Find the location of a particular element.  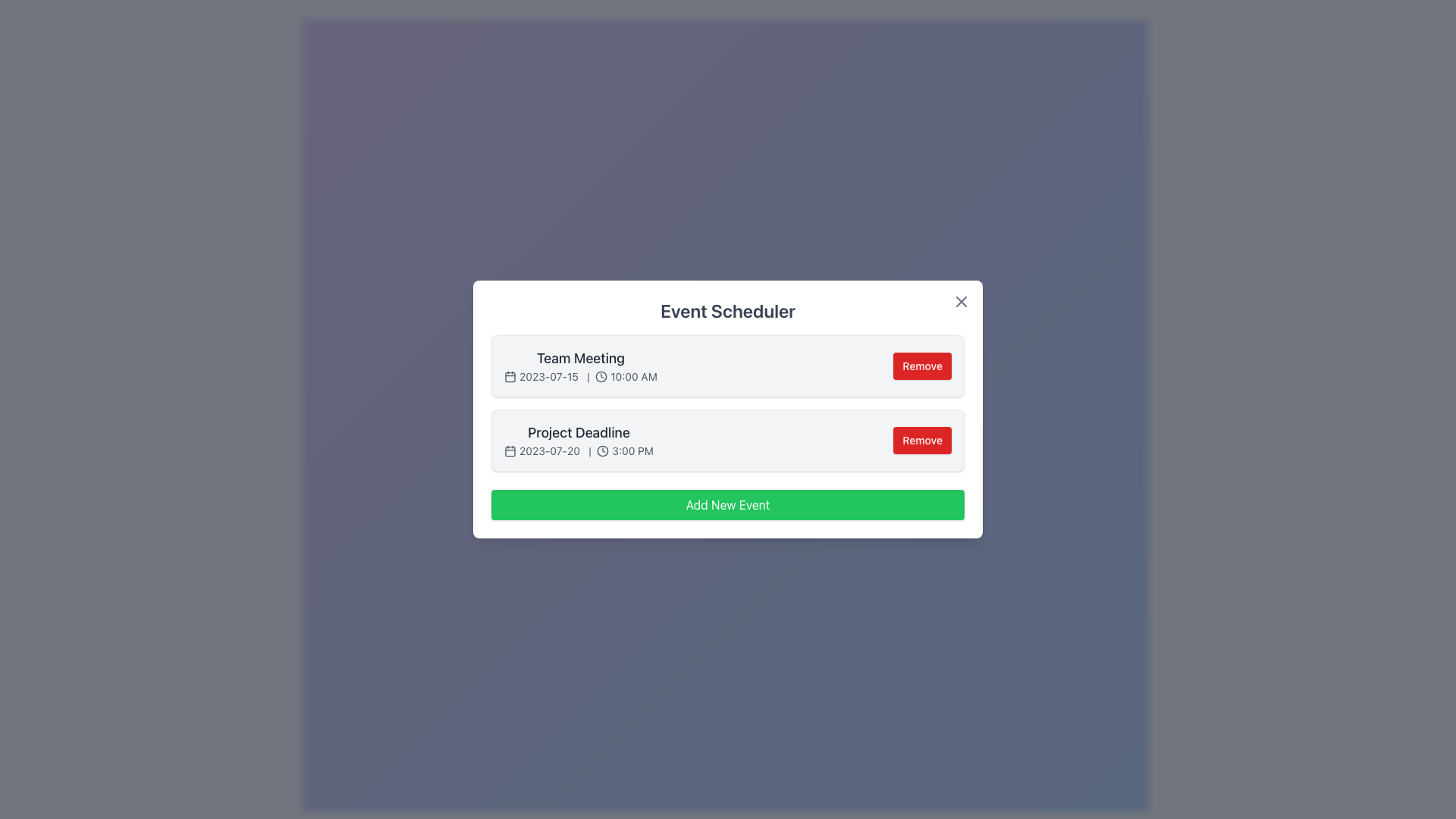

the 'Remove' button, which has a red background and white text, located under the 'Team Meeting' heading is located at coordinates (921, 366).